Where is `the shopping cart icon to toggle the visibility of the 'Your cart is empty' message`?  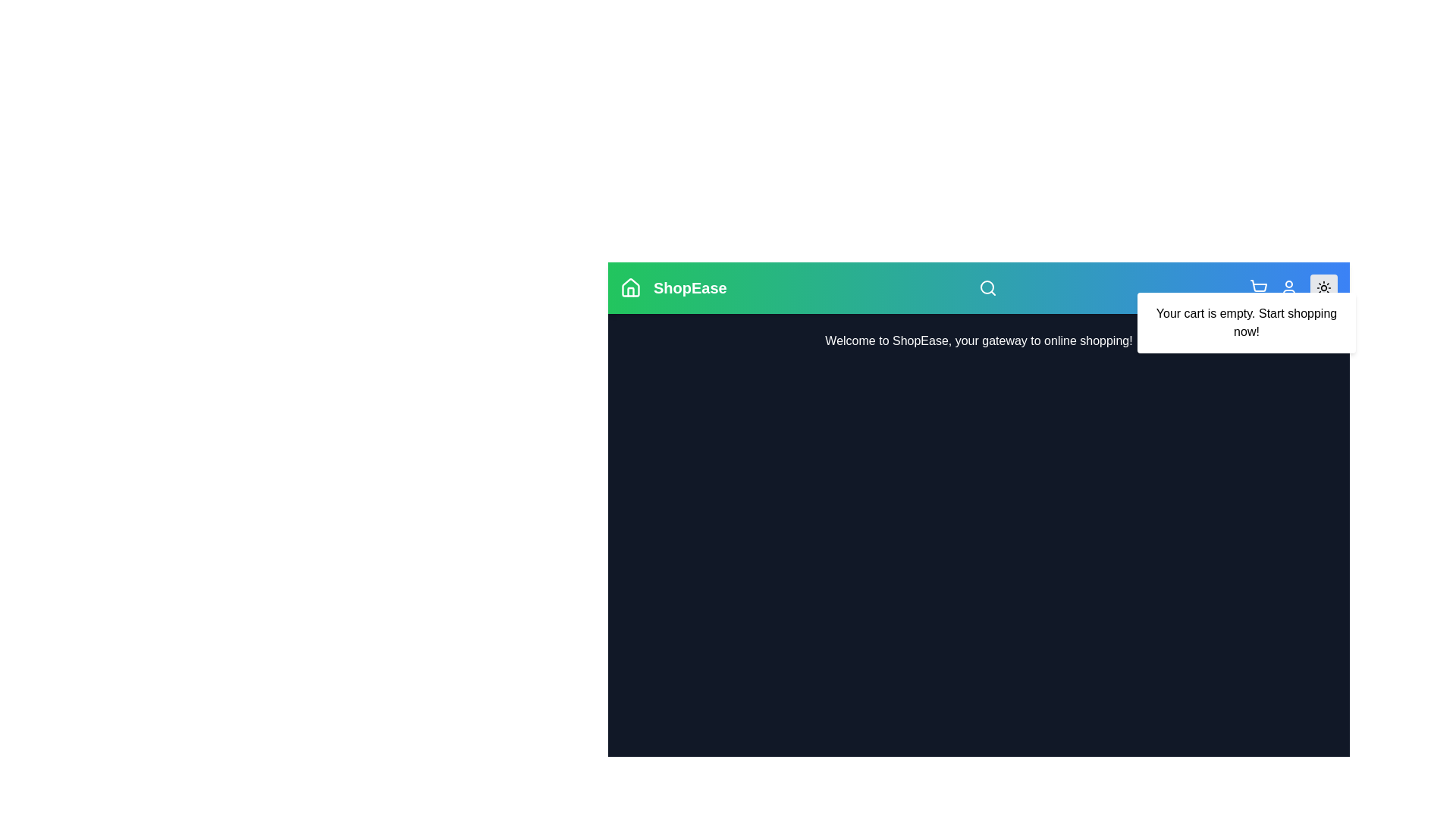 the shopping cart icon to toggle the visibility of the 'Your cart is empty' message is located at coordinates (1258, 288).